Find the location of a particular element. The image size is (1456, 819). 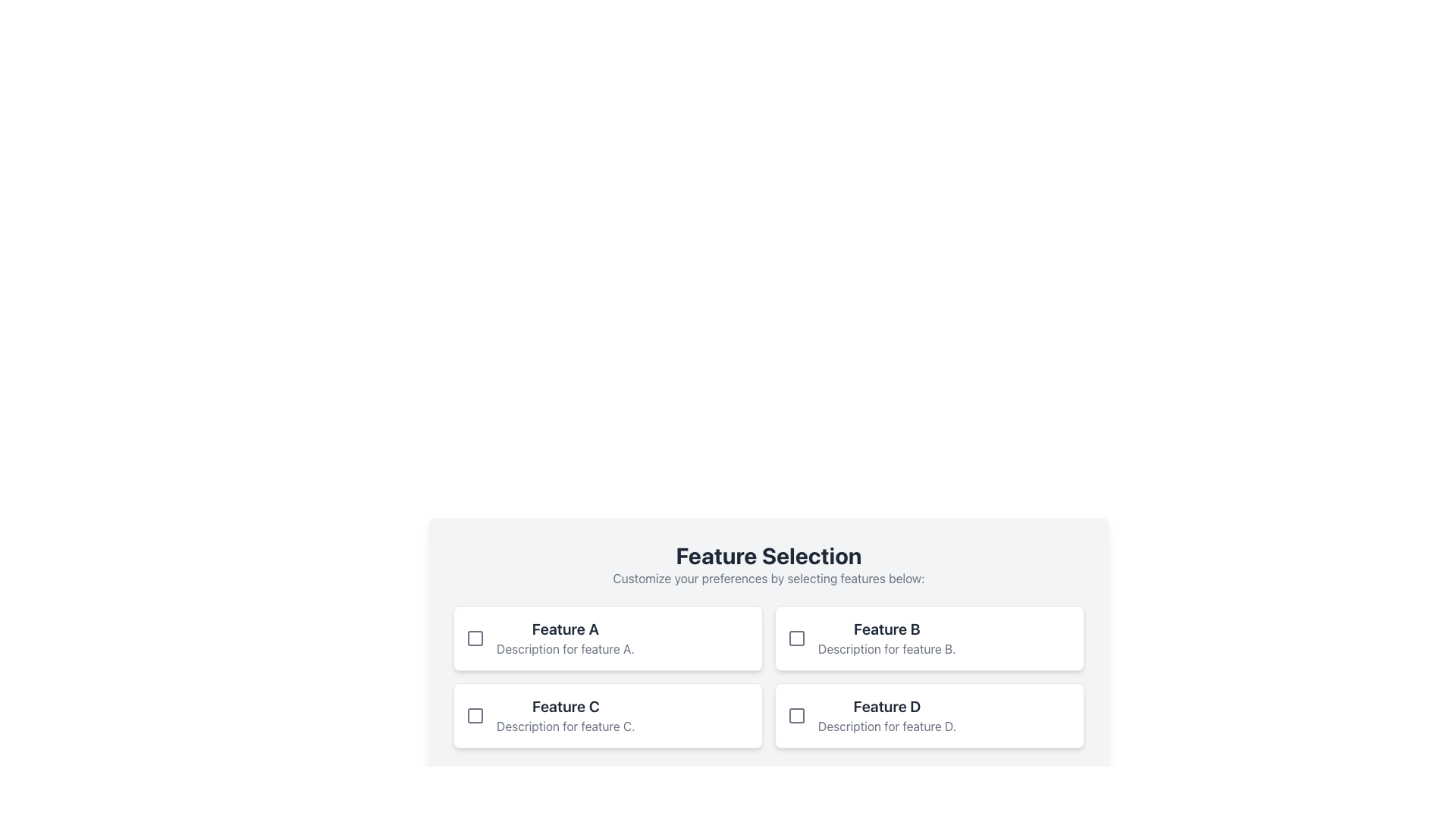

the checkbox labeled 'Feature A' is located at coordinates (607, 638).